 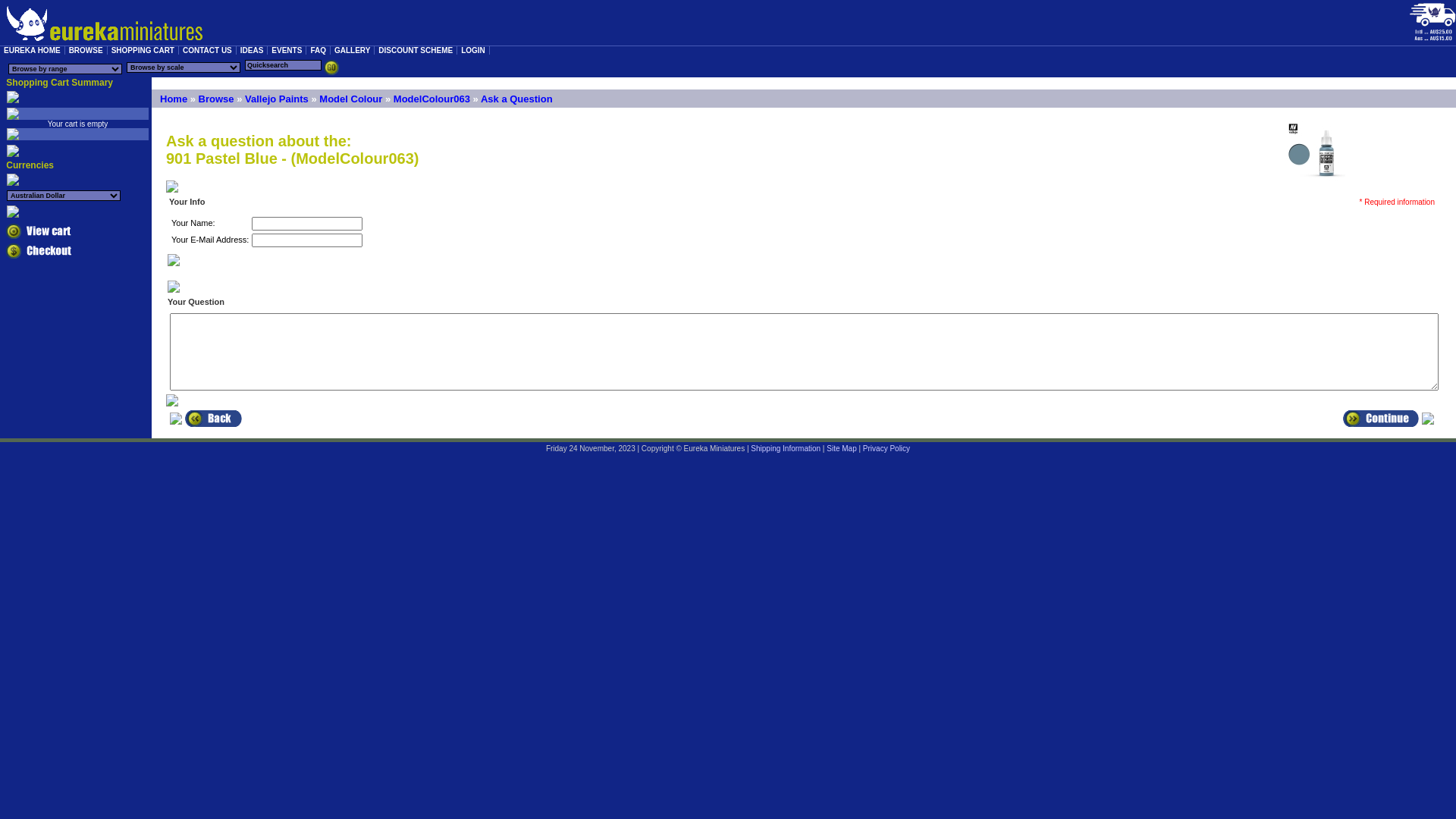 I want to click on 'Ask a Question', so click(x=516, y=98).